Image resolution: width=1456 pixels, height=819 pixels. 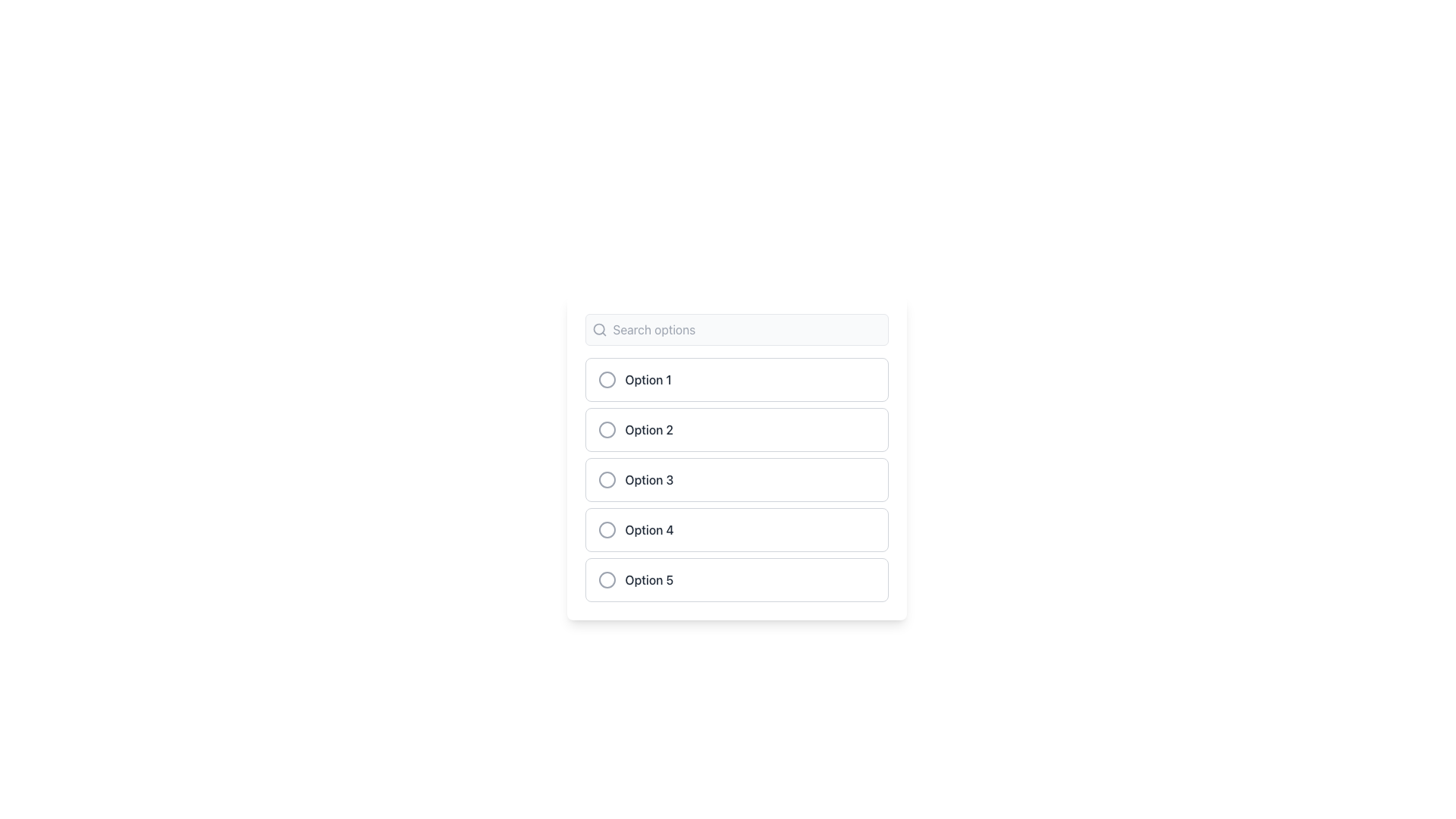 I want to click on the Radio button labeled 'Option 4', so click(x=736, y=529).